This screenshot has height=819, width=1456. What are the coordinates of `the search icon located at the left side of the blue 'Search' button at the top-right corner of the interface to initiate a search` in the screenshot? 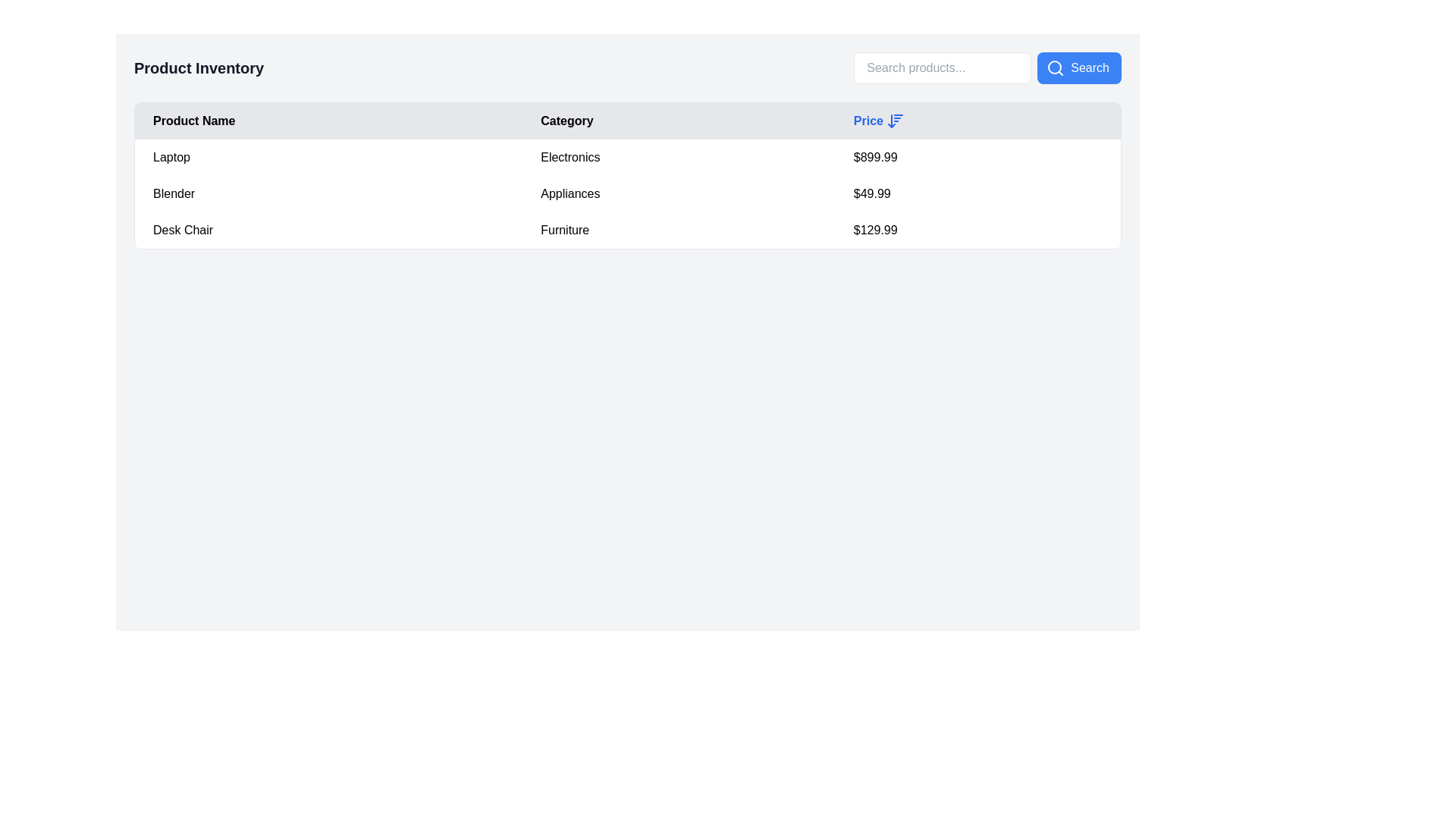 It's located at (1055, 67).